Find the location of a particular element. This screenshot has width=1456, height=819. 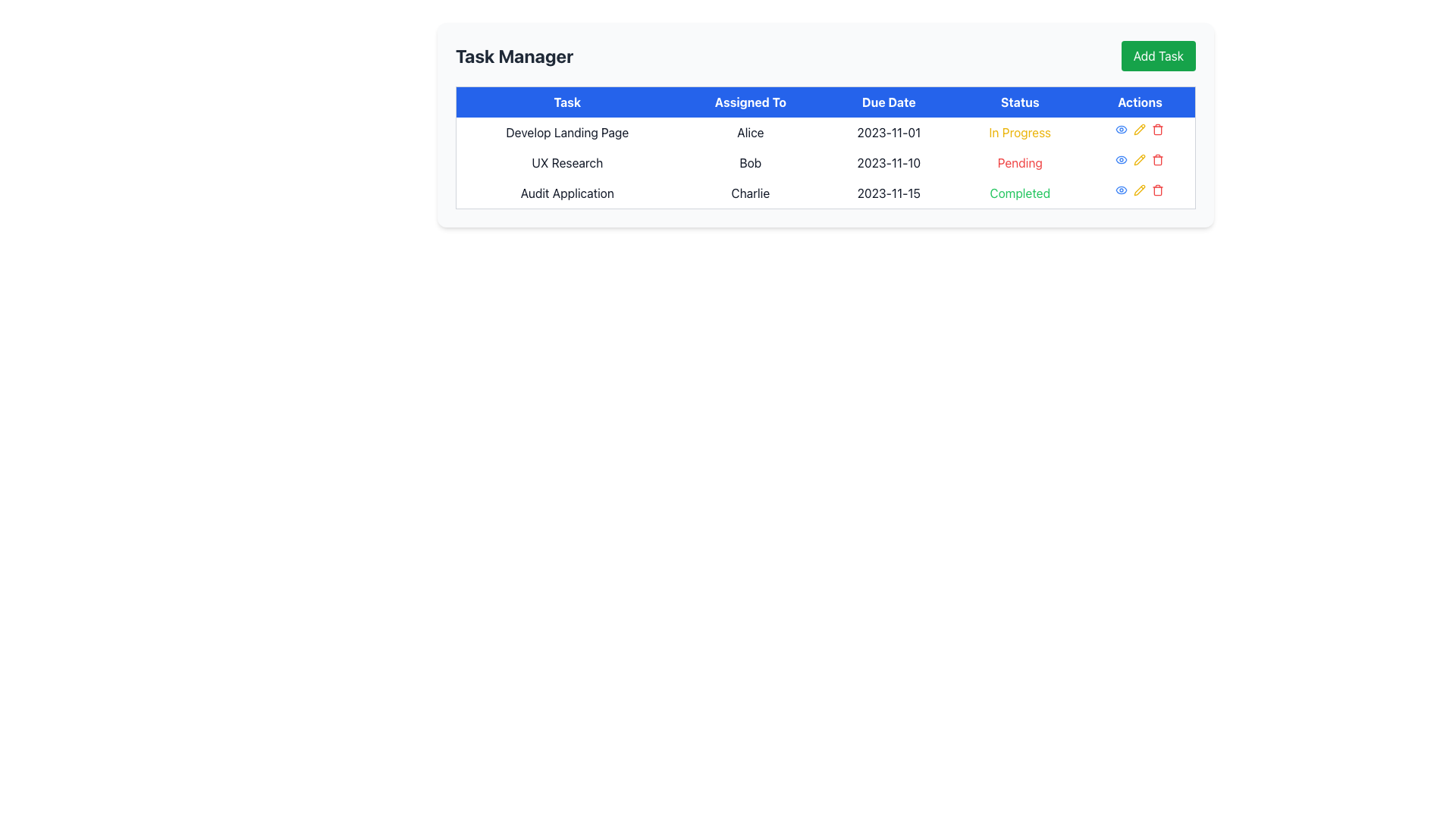

the text label displaying 'Pending' in red color, located in the fourth column of the second row in a table under the 'Status' column, which is positioned to the right of the 'Due Date' value for the task assigned to 'Bob' is located at coordinates (1020, 163).